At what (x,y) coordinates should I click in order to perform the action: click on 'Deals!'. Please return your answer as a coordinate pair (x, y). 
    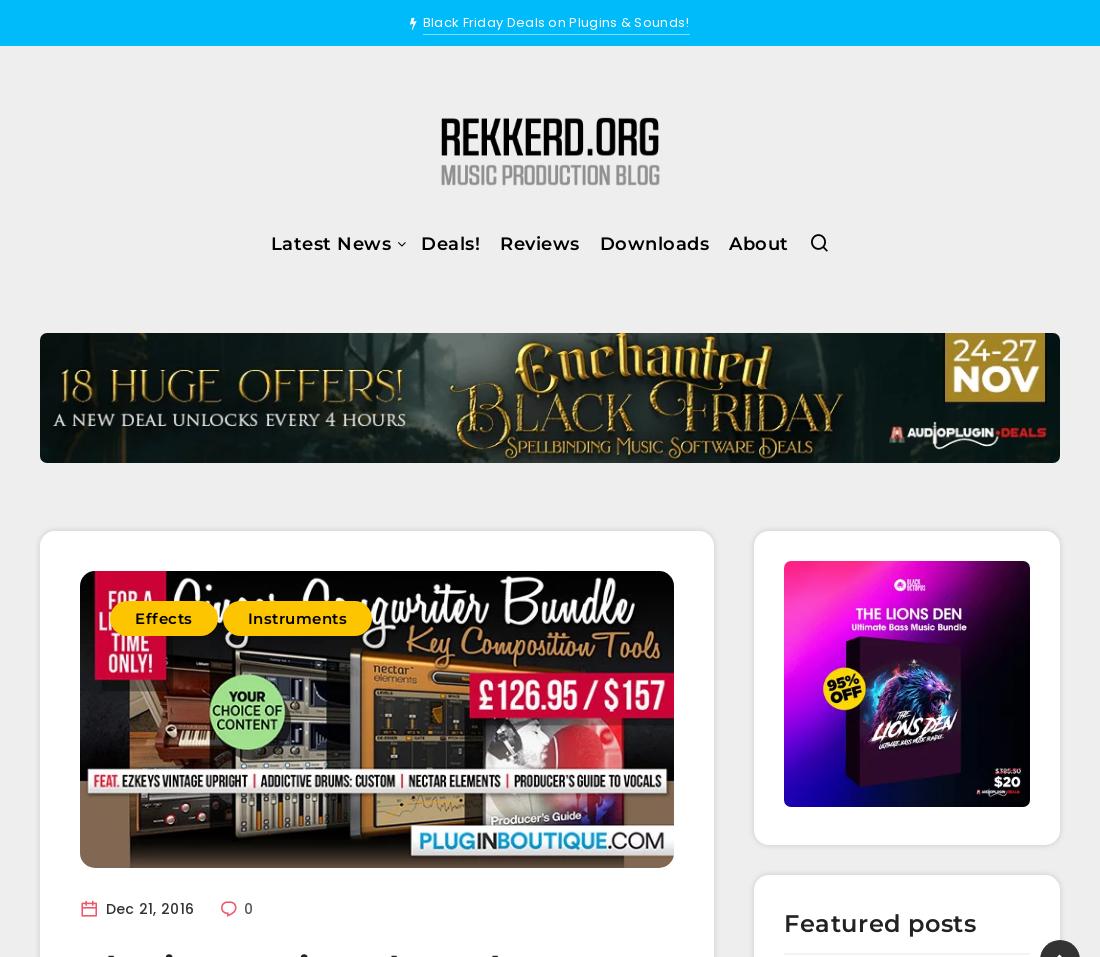
    Looking at the image, I should click on (449, 241).